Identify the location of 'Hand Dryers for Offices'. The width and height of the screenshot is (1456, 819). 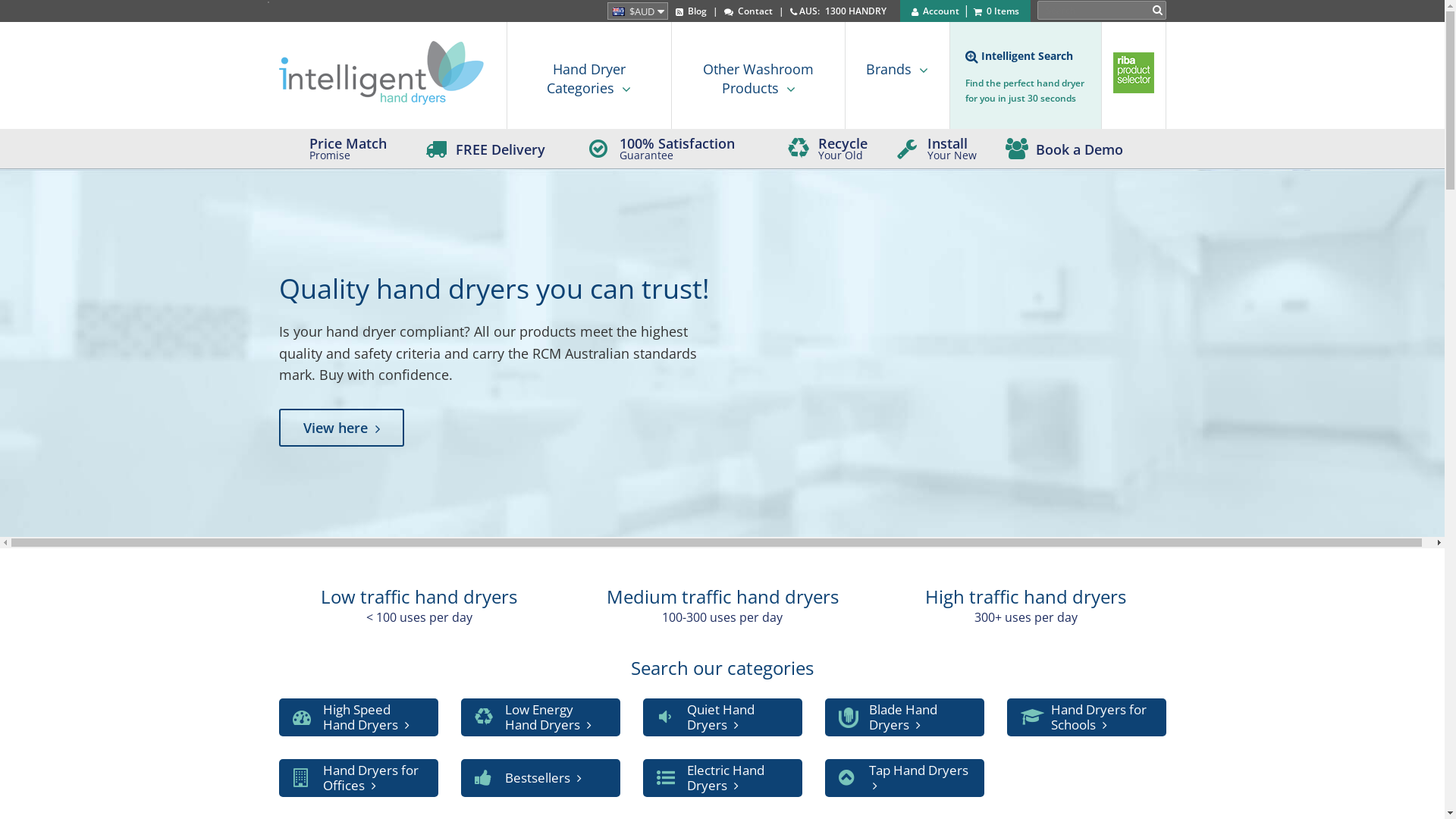
(358, 778).